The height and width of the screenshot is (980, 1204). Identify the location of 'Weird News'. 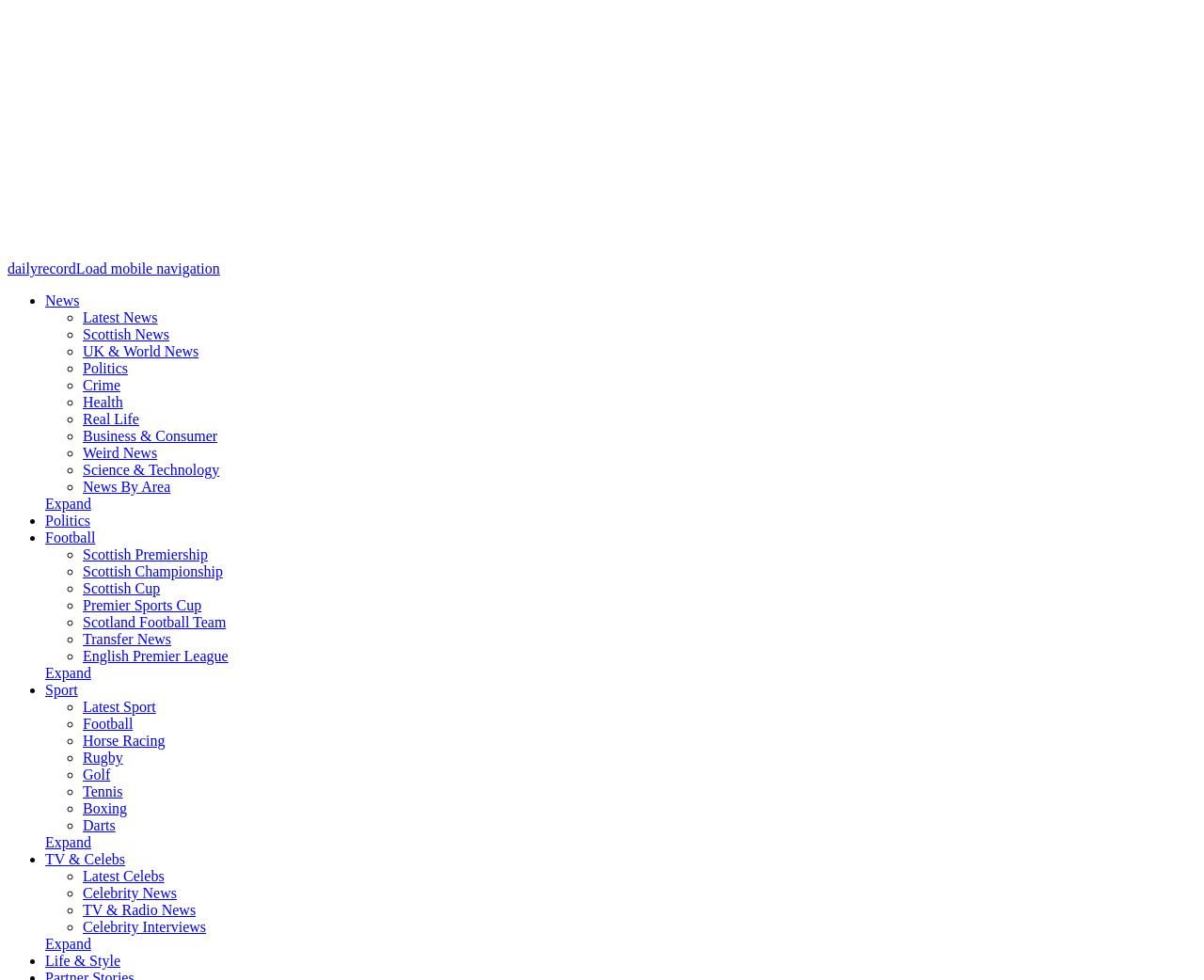
(119, 452).